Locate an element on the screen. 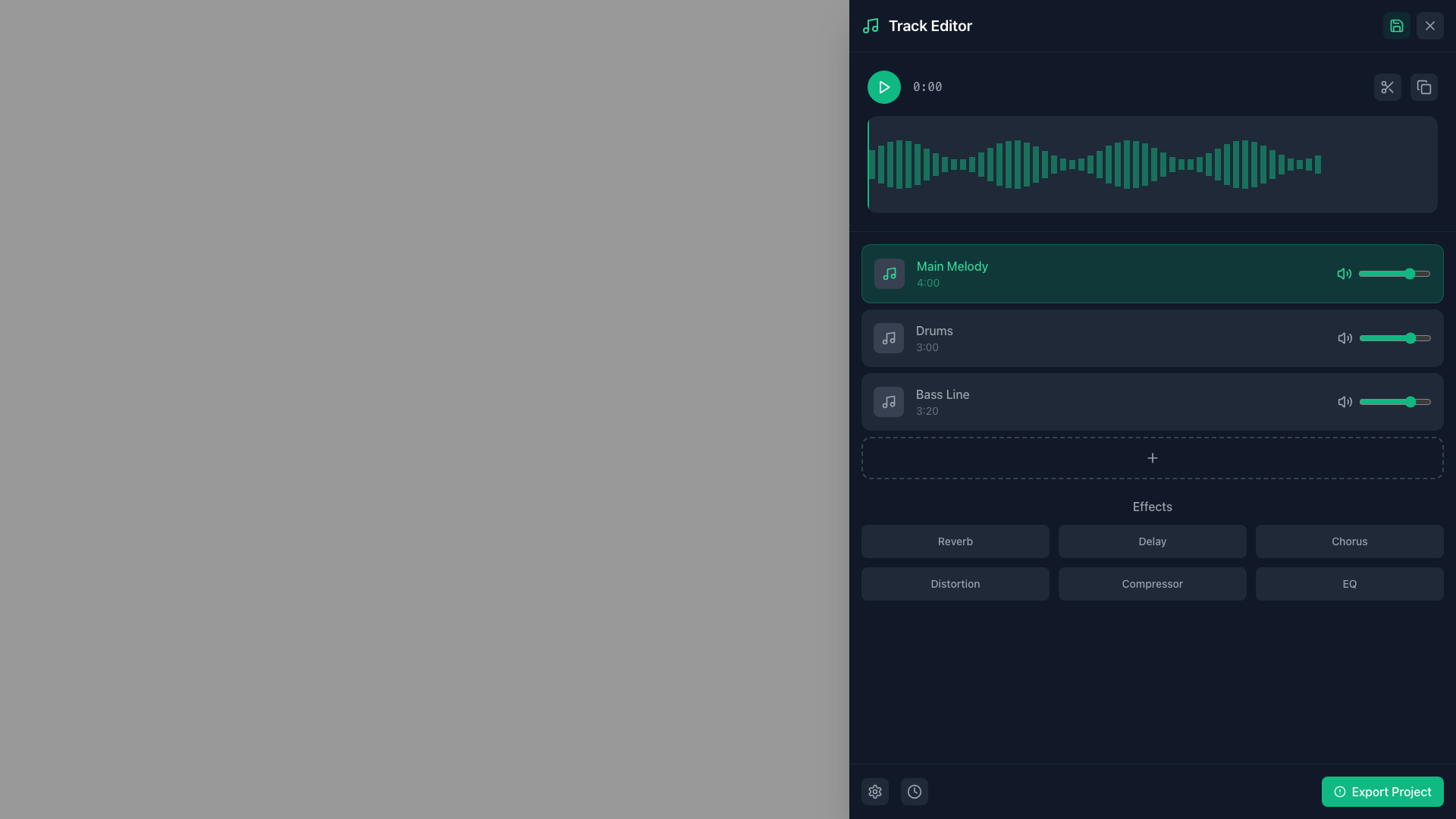 This screenshot has width=1456, height=819. the fifteenth graphical waveform bar in the series that visually represents an amplitude or frequency data point is located at coordinates (999, 164).